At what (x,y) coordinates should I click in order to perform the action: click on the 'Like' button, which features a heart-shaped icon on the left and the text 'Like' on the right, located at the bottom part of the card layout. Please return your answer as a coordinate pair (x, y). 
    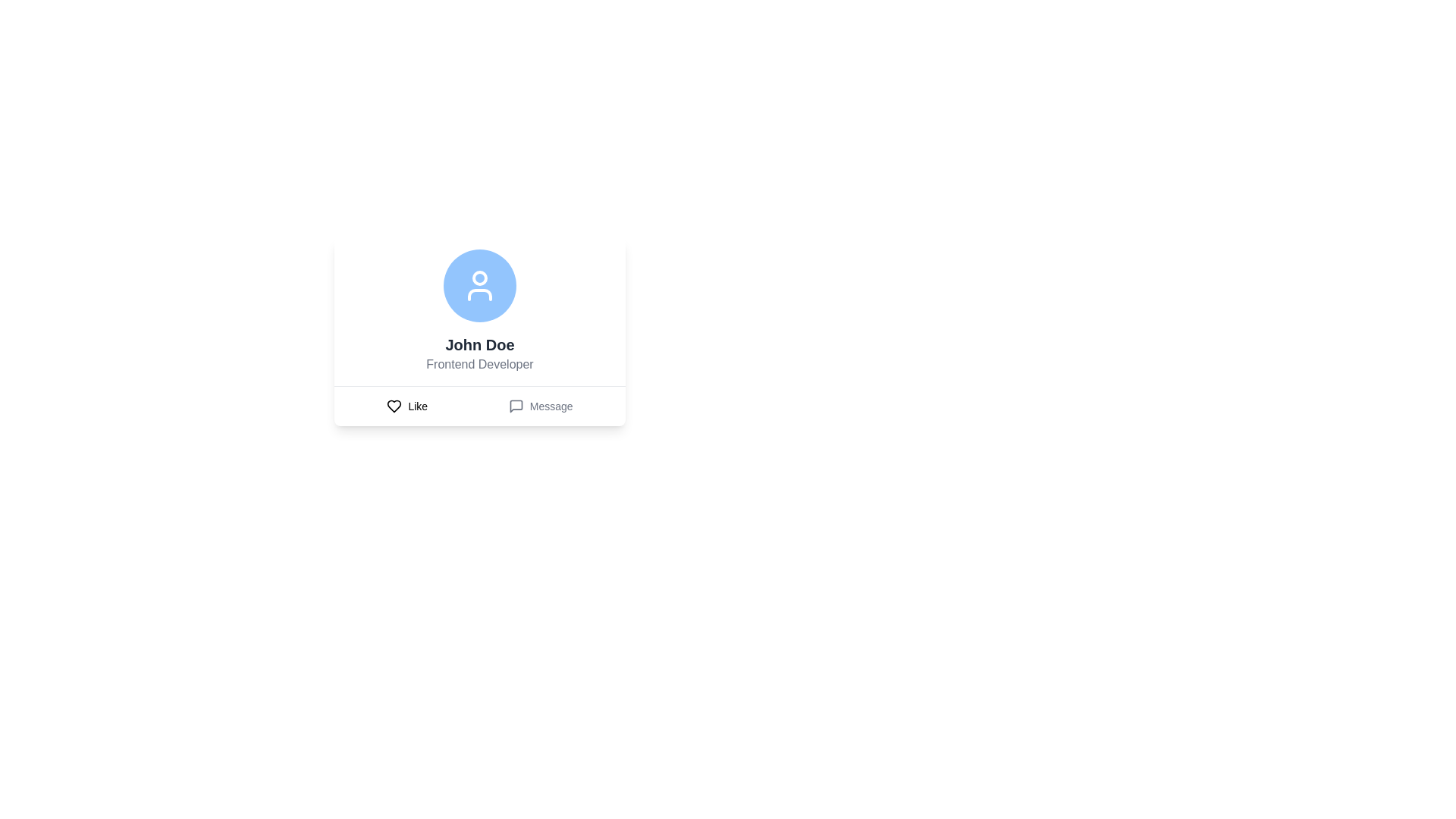
    Looking at the image, I should click on (407, 406).